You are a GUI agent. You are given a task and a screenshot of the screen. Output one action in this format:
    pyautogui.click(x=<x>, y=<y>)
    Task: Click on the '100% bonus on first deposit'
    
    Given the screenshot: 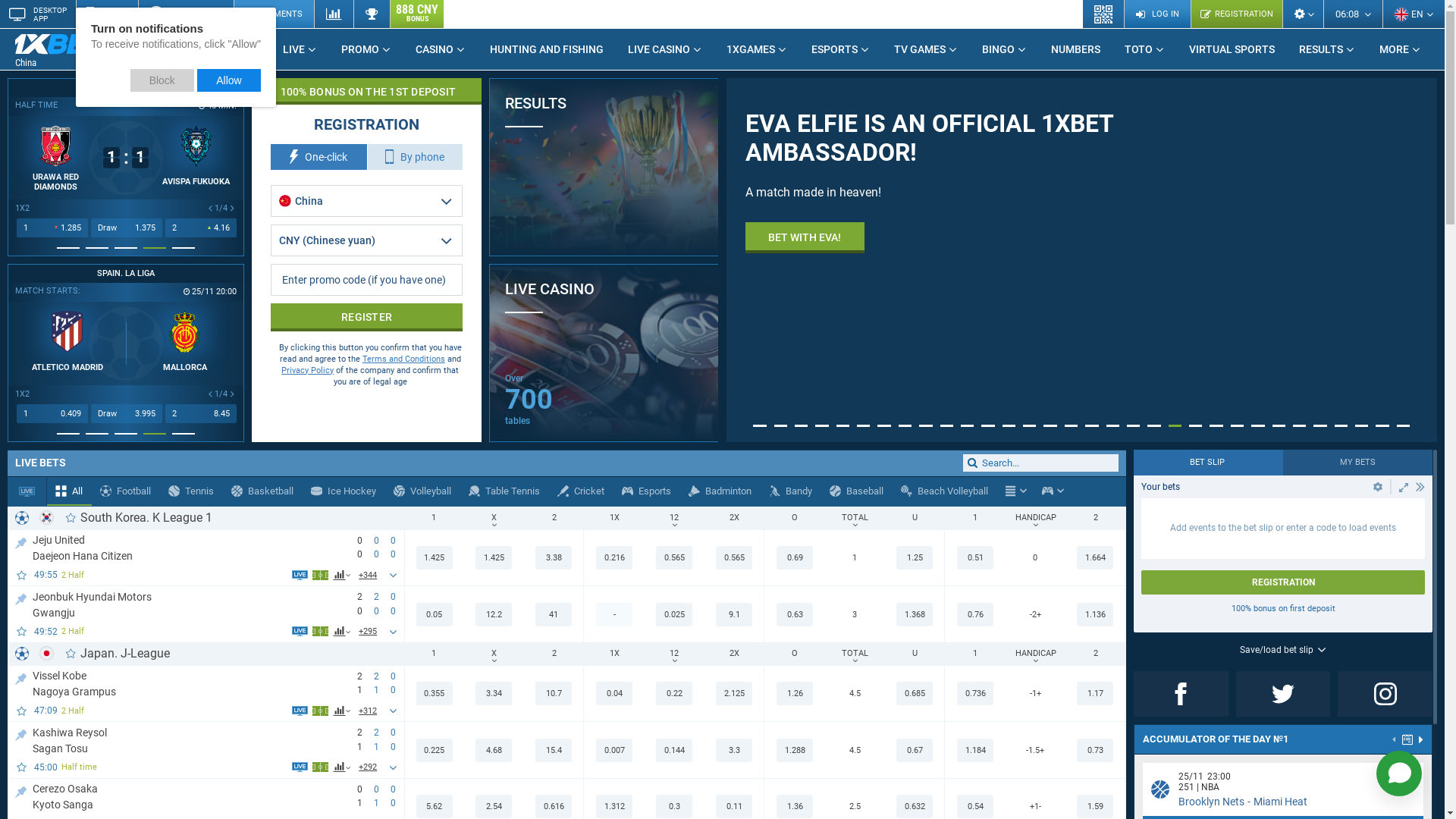 What is the action you would take?
    pyautogui.click(x=1282, y=607)
    